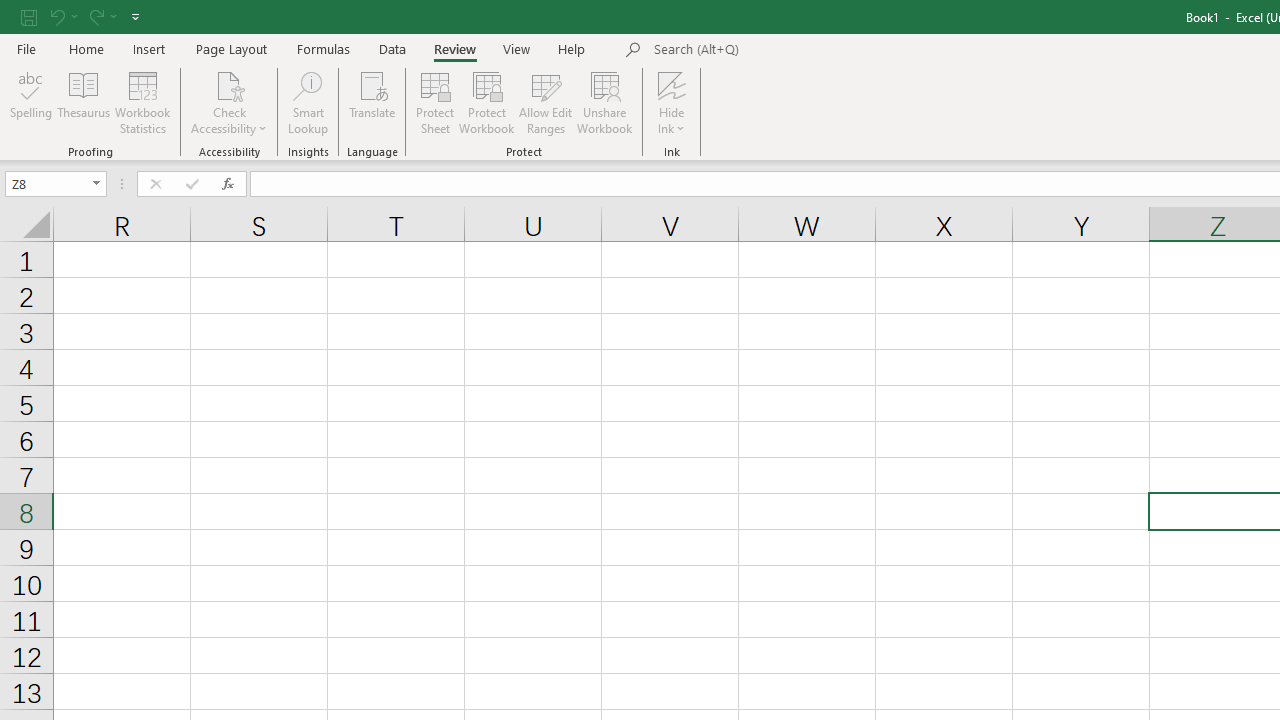 This screenshot has width=1280, height=720. I want to click on 'View', so click(517, 48).